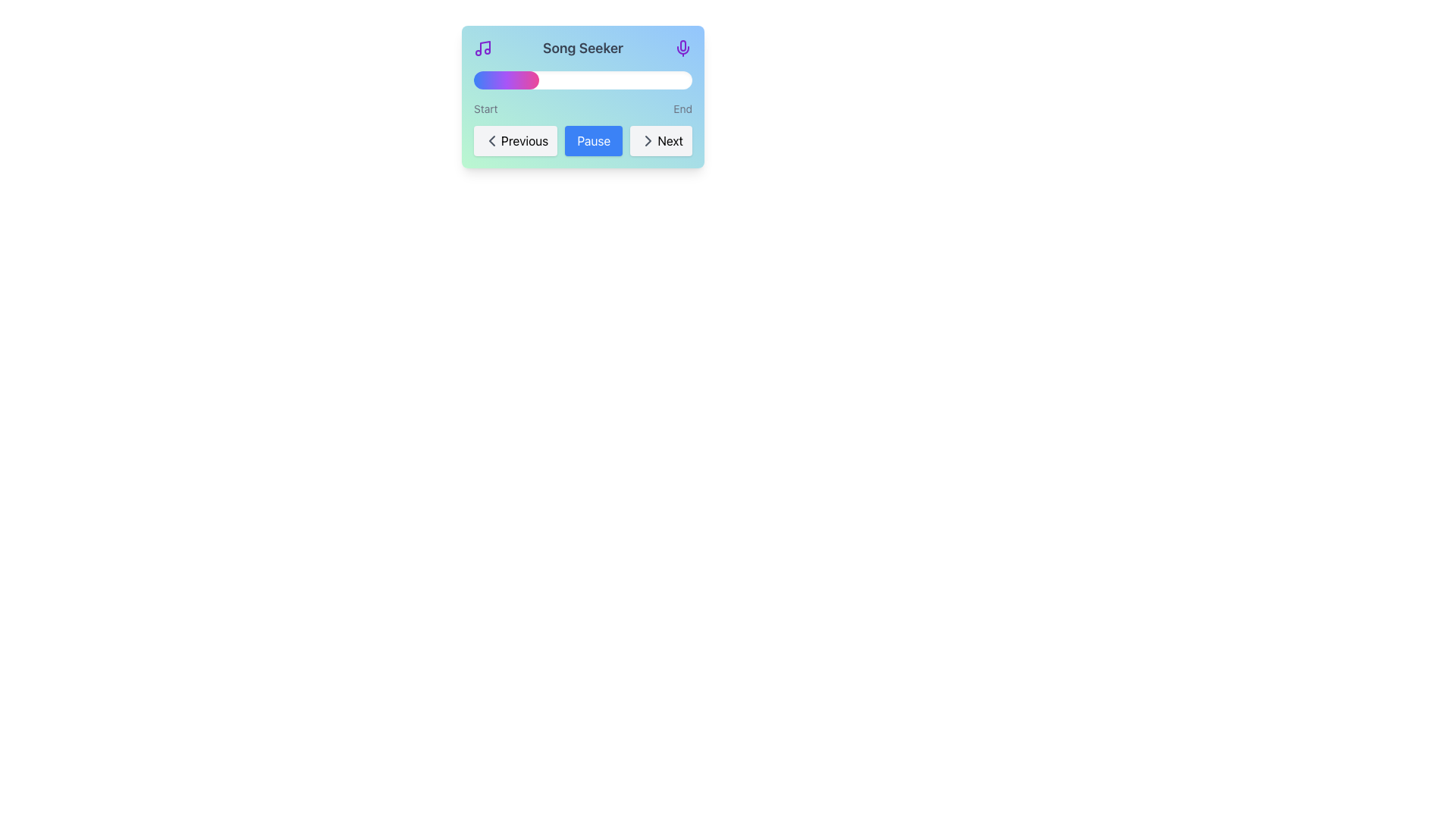 Image resolution: width=1456 pixels, height=819 pixels. What do you see at coordinates (642, 80) in the screenshot?
I see `the slider value` at bounding box center [642, 80].